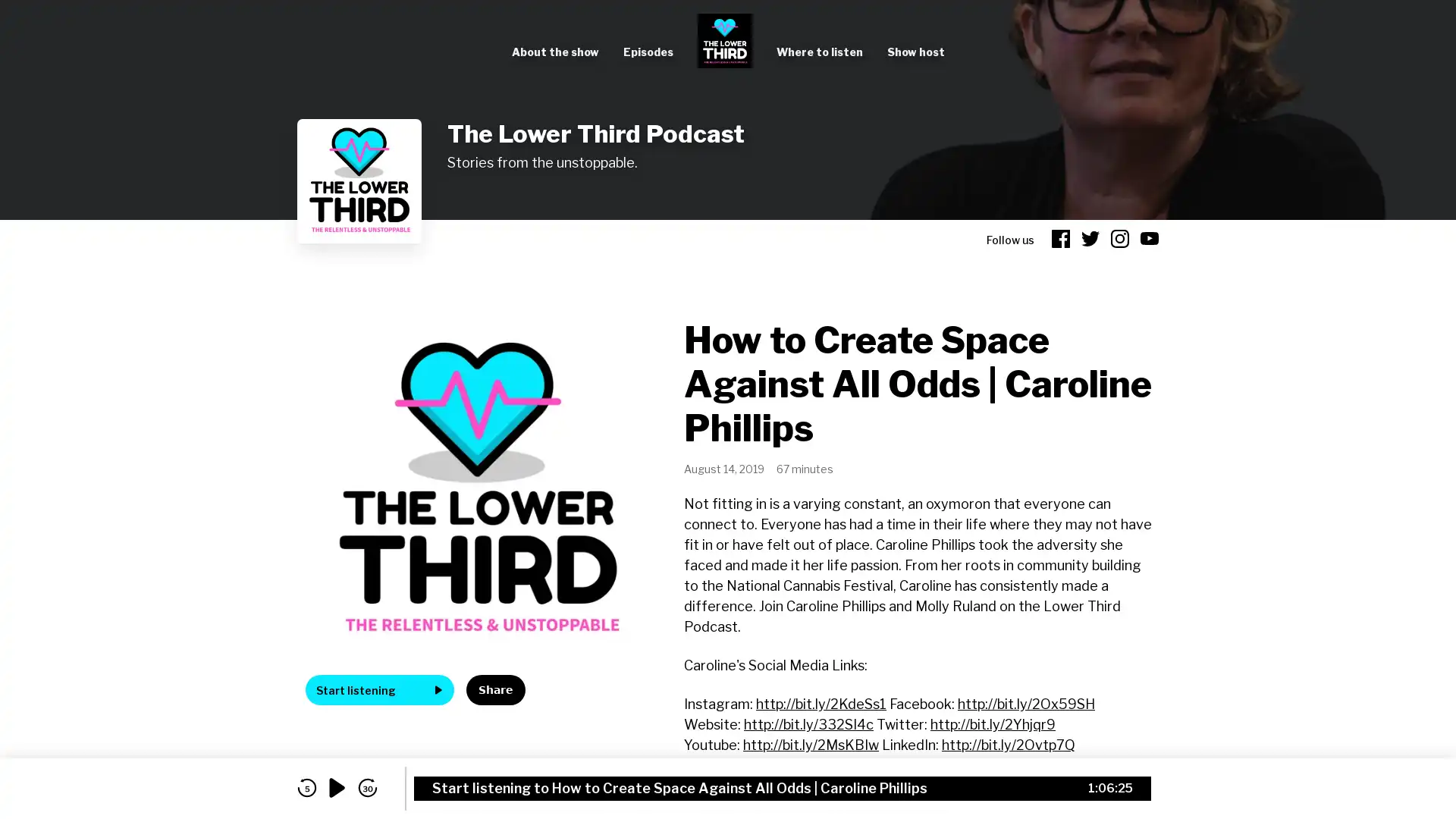  What do you see at coordinates (337, 787) in the screenshot?
I see `play audio` at bounding box center [337, 787].